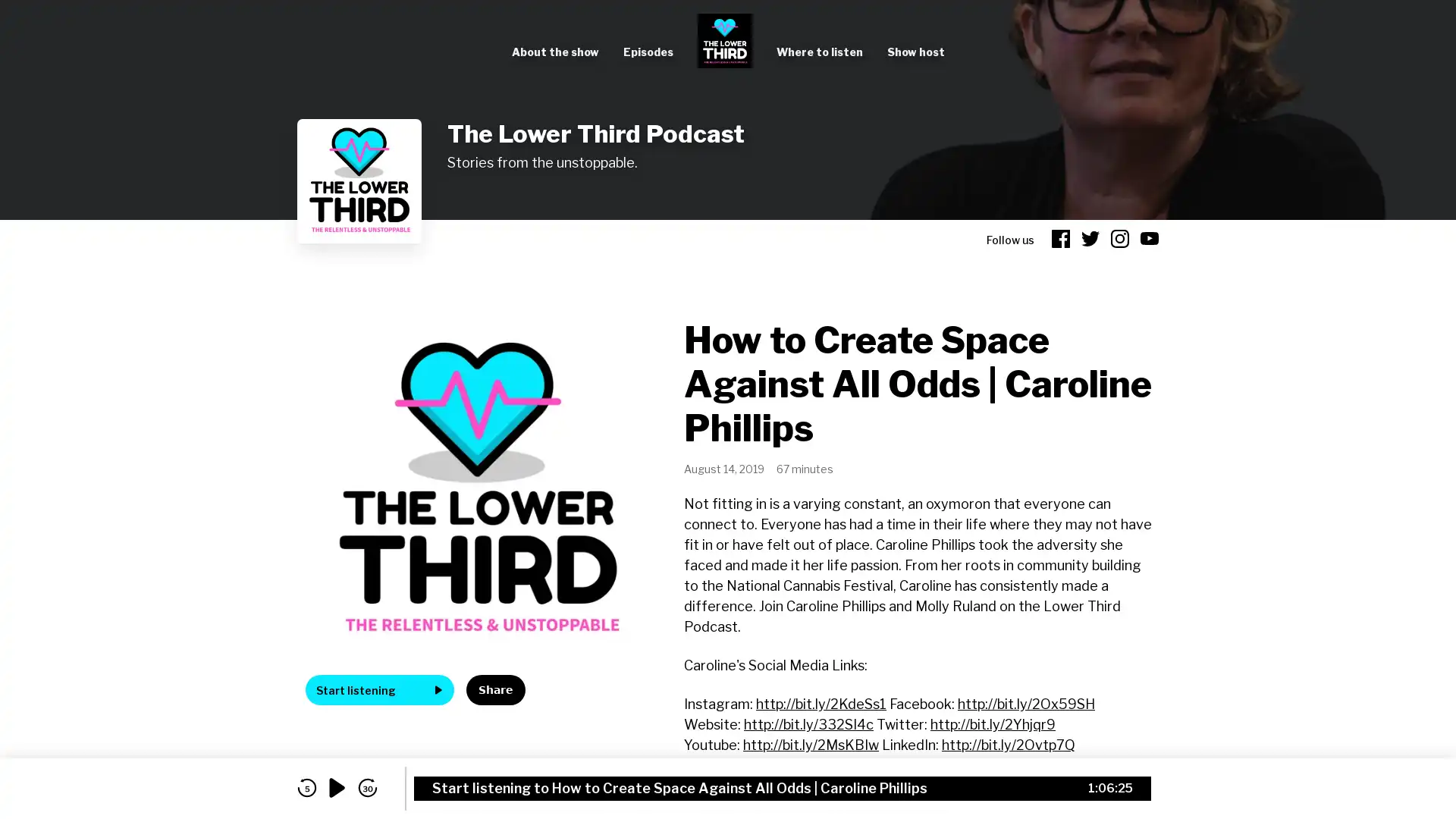  What do you see at coordinates (337, 787) in the screenshot?
I see `play audio` at bounding box center [337, 787].